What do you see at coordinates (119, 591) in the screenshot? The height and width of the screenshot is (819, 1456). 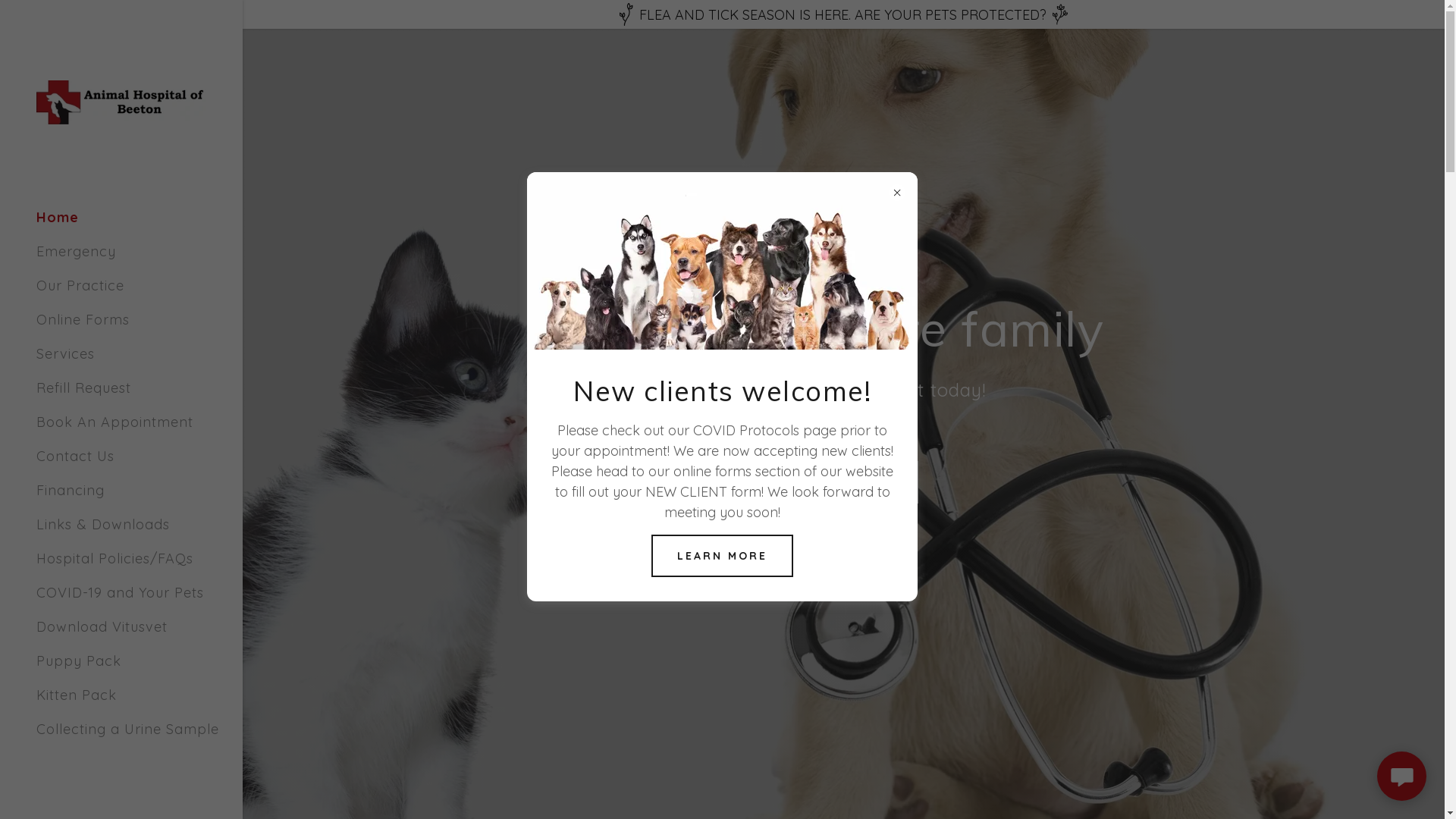 I see `'COVID-19 and Your Pets'` at bounding box center [119, 591].